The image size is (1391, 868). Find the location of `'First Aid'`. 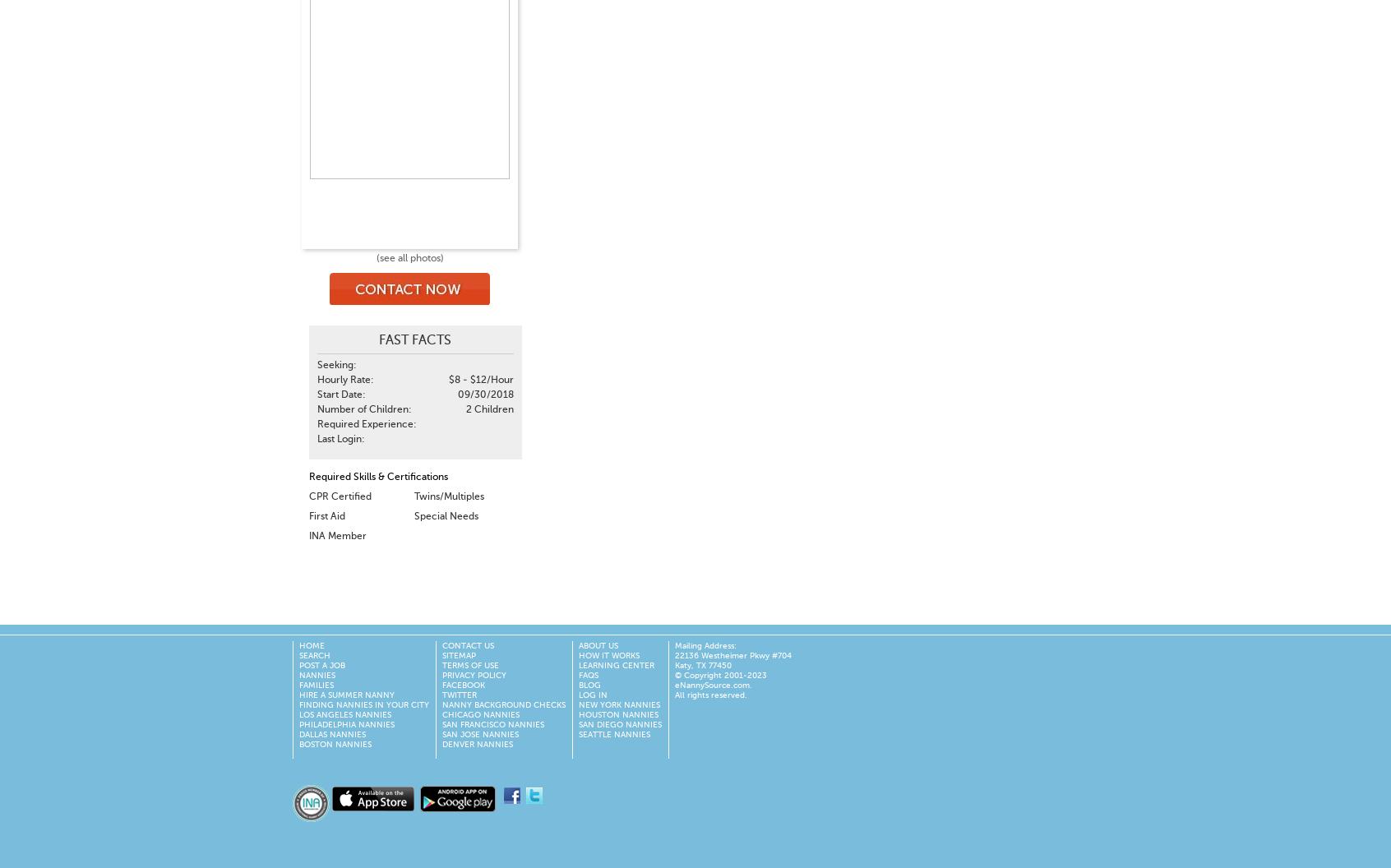

'First Aid' is located at coordinates (326, 515).